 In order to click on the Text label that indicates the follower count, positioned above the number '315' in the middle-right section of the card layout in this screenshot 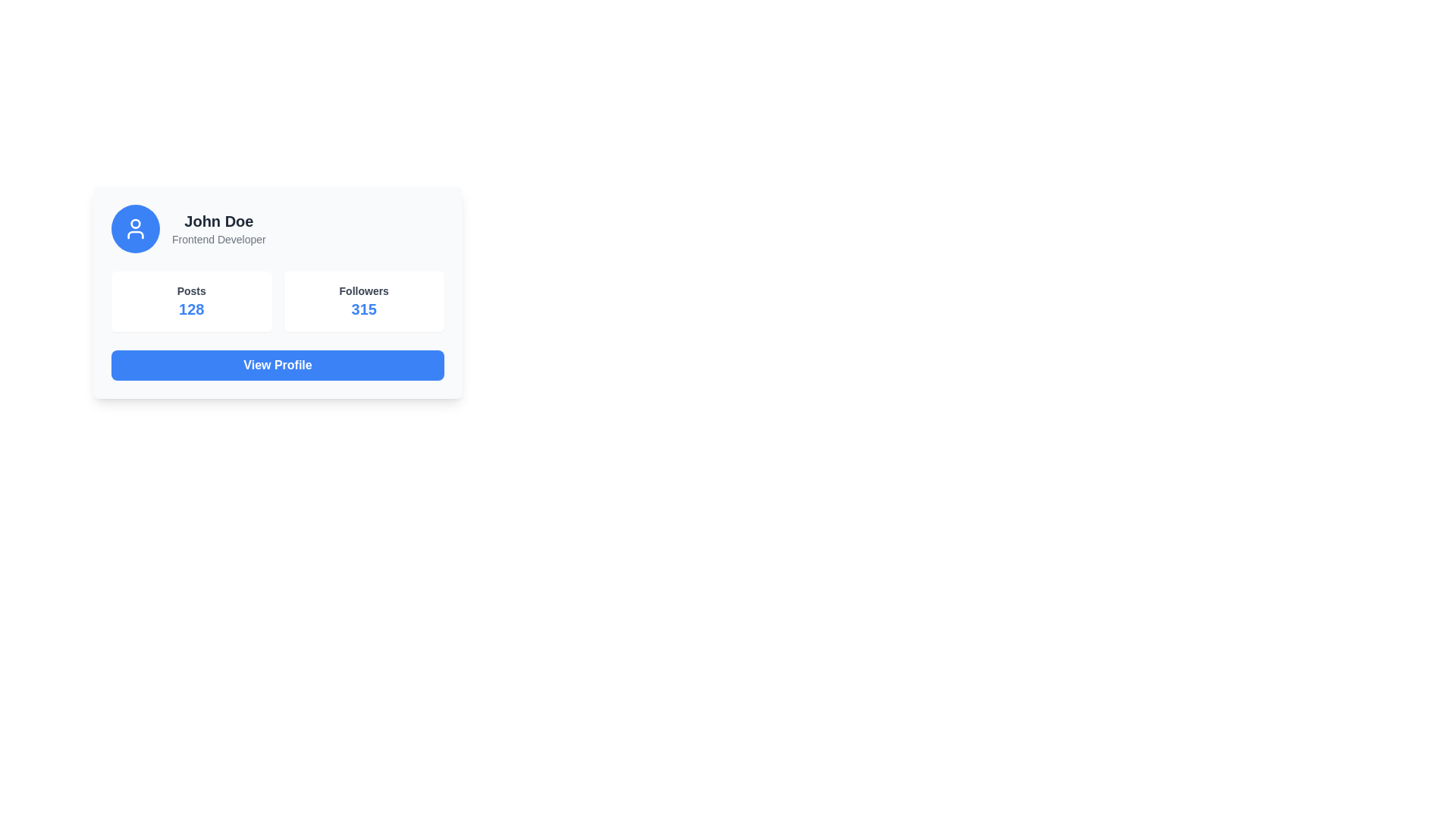, I will do `click(364, 291)`.